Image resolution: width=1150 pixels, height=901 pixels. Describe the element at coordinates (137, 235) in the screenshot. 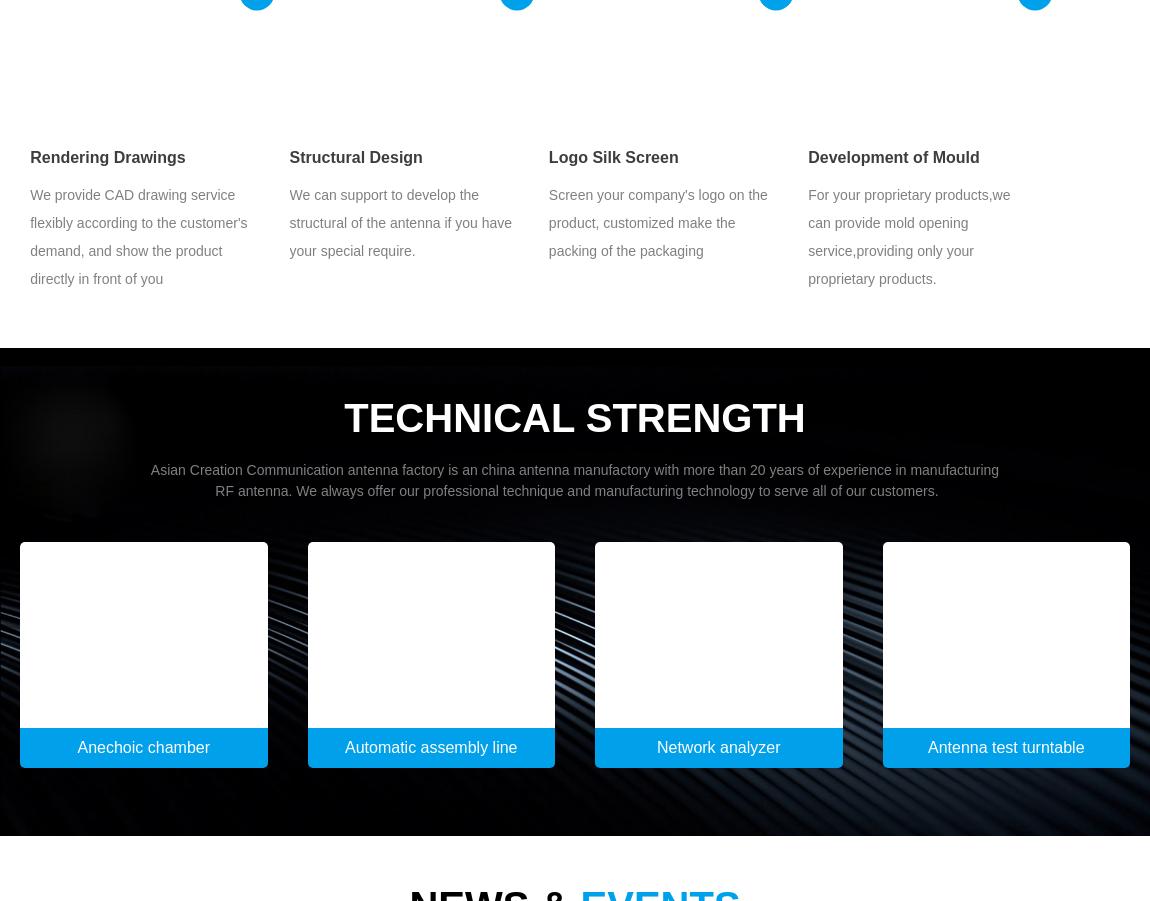

I see `'We provide CAD drawing service flexibly according to the customer's demand, and show the product directly in front of you'` at that location.